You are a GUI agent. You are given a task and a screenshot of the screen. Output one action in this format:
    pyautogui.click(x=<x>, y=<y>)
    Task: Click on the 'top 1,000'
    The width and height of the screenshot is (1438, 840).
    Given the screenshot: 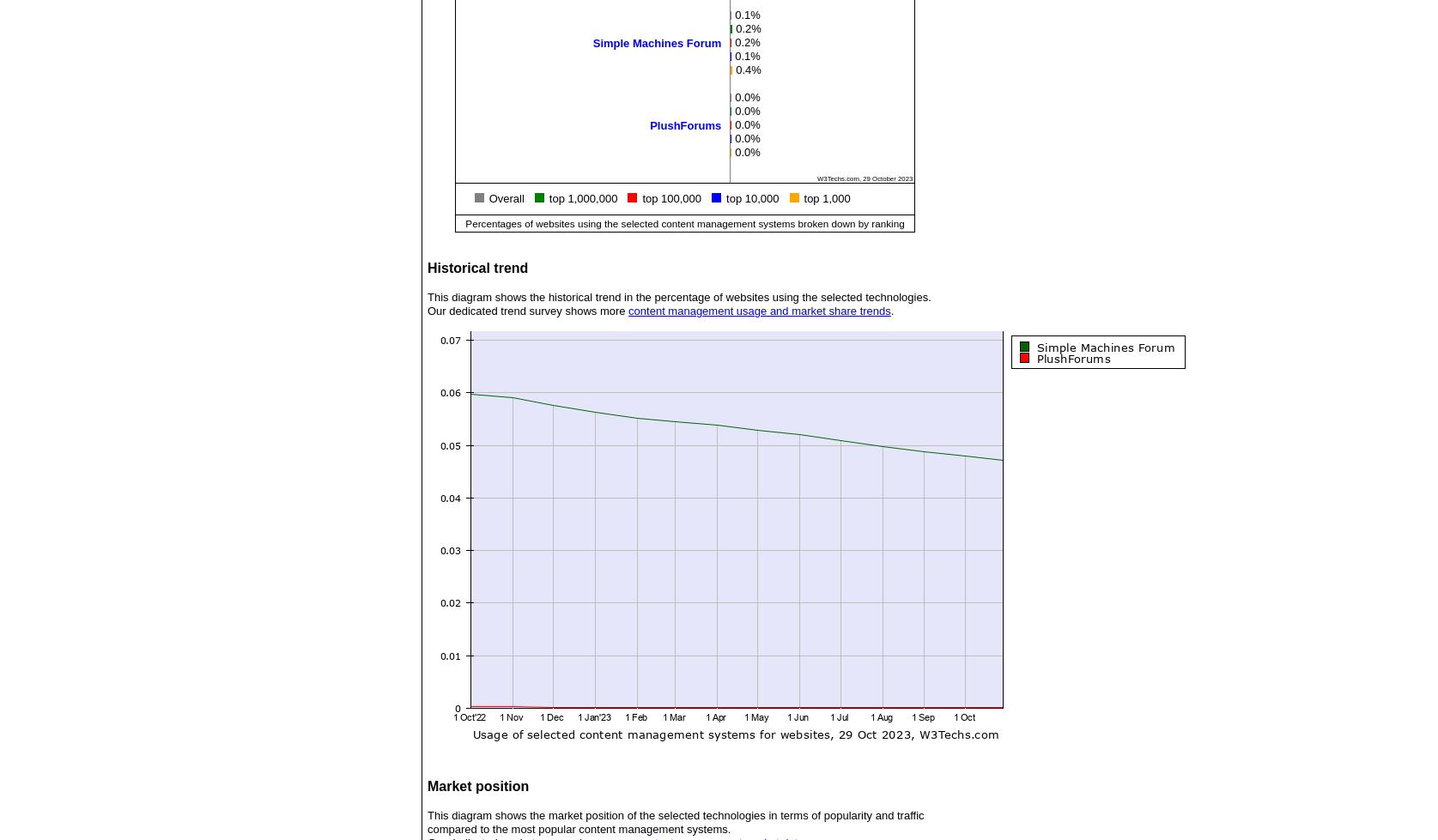 What is the action you would take?
    pyautogui.click(x=825, y=198)
    